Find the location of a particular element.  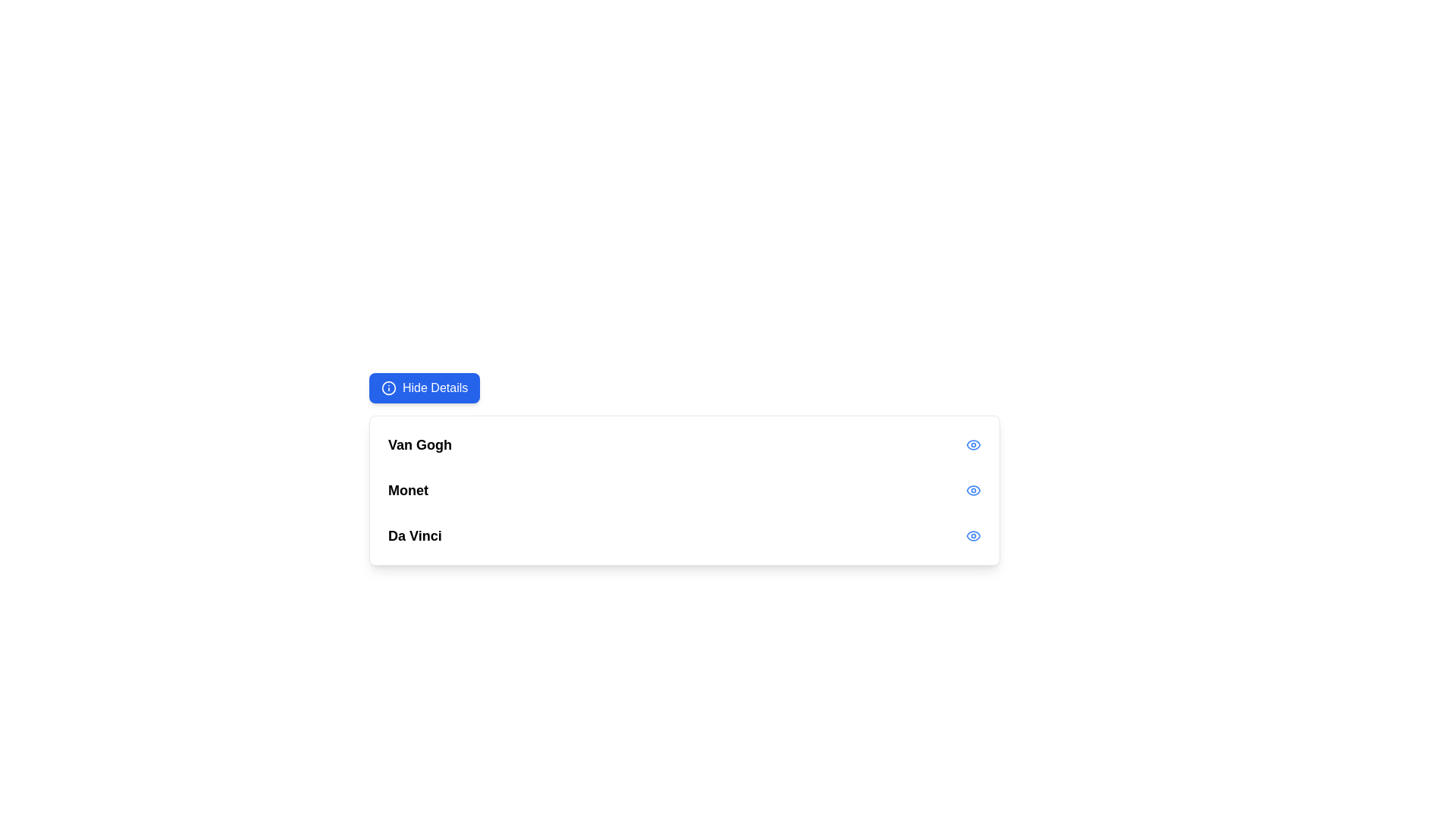

the eye icon located at the right end of the row containing the text 'Van Gogh' is located at coordinates (973, 444).